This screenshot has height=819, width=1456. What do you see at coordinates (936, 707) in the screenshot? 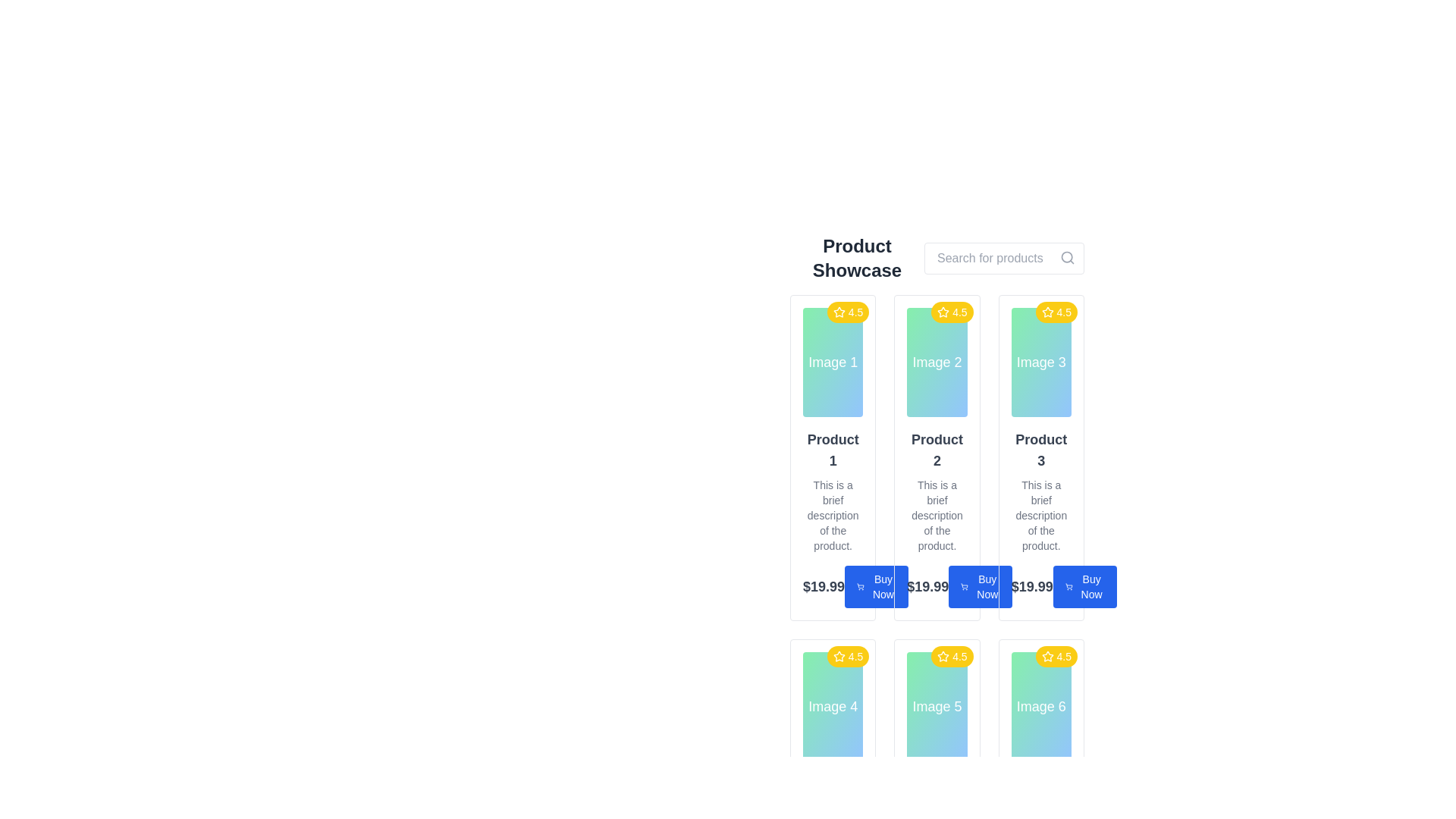
I see `the text label located in the middle column of the second row of card elements to enhance accessibility` at bounding box center [936, 707].